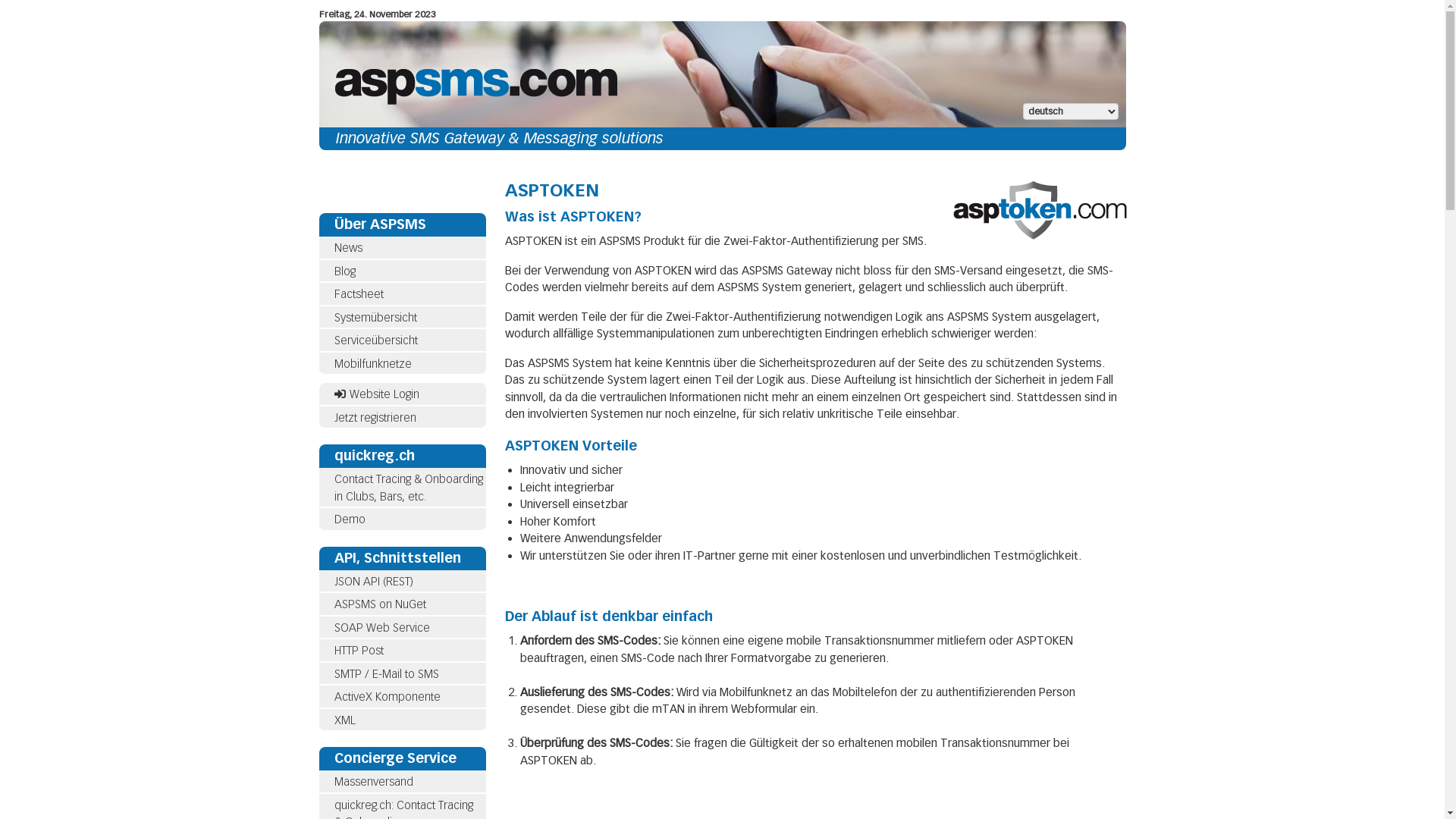  What do you see at coordinates (344, 718) in the screenshot?
I see `'XML'` at bounding box center [344, 718].